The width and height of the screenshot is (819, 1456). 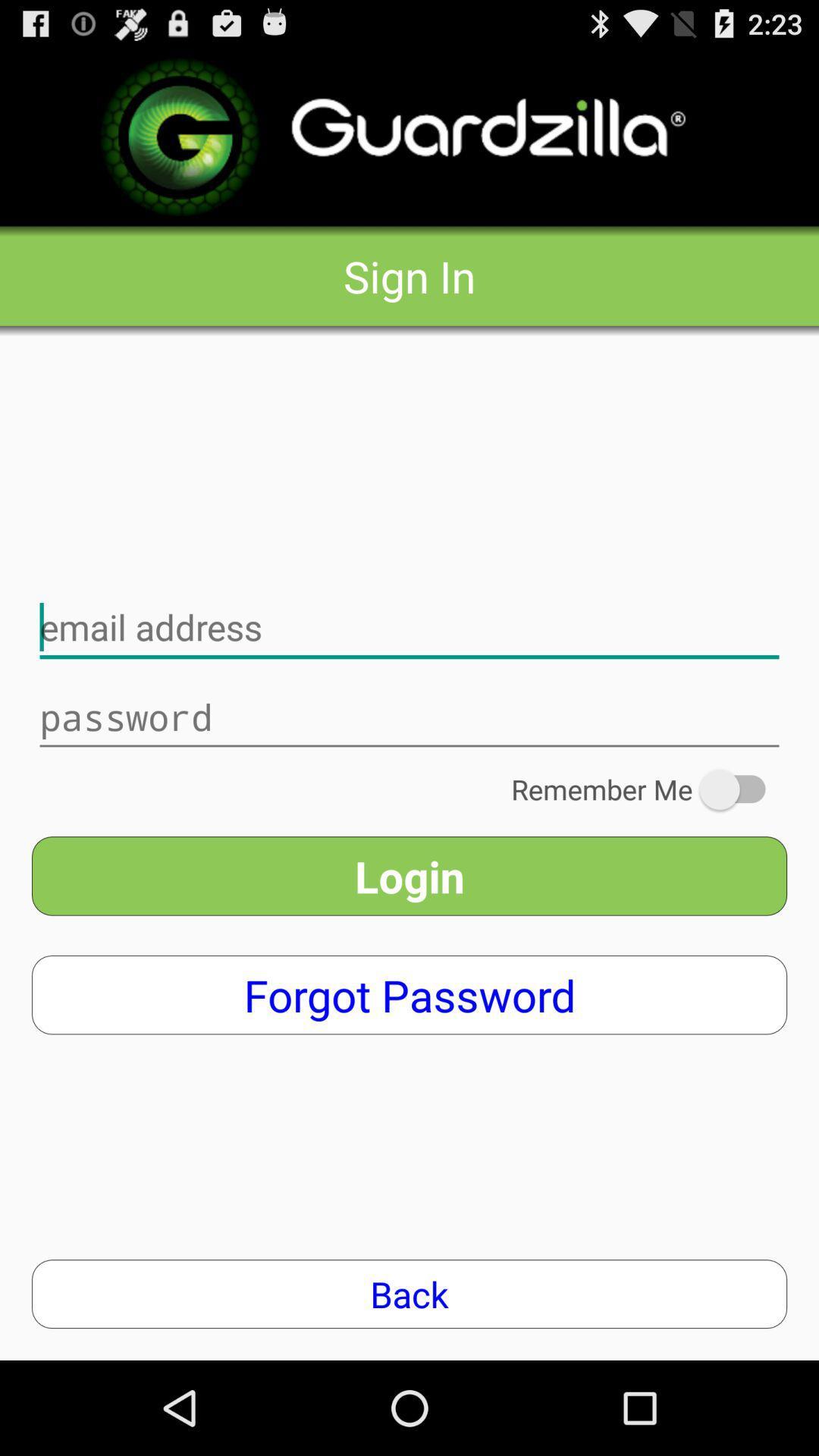 What do you see at coordinates (409, 628) in the screenshot?
I see `email address` at bounding box center [409, 628].